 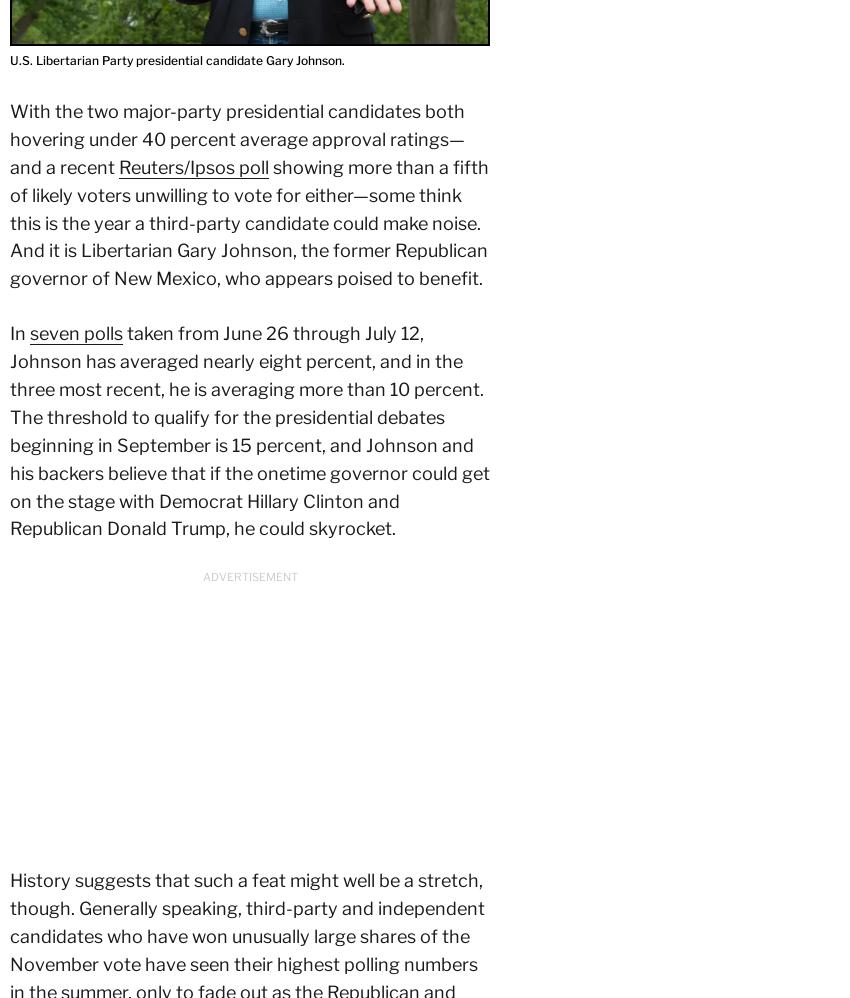 I want to click on 'RSS Feeds', so click(x=463, y=962).